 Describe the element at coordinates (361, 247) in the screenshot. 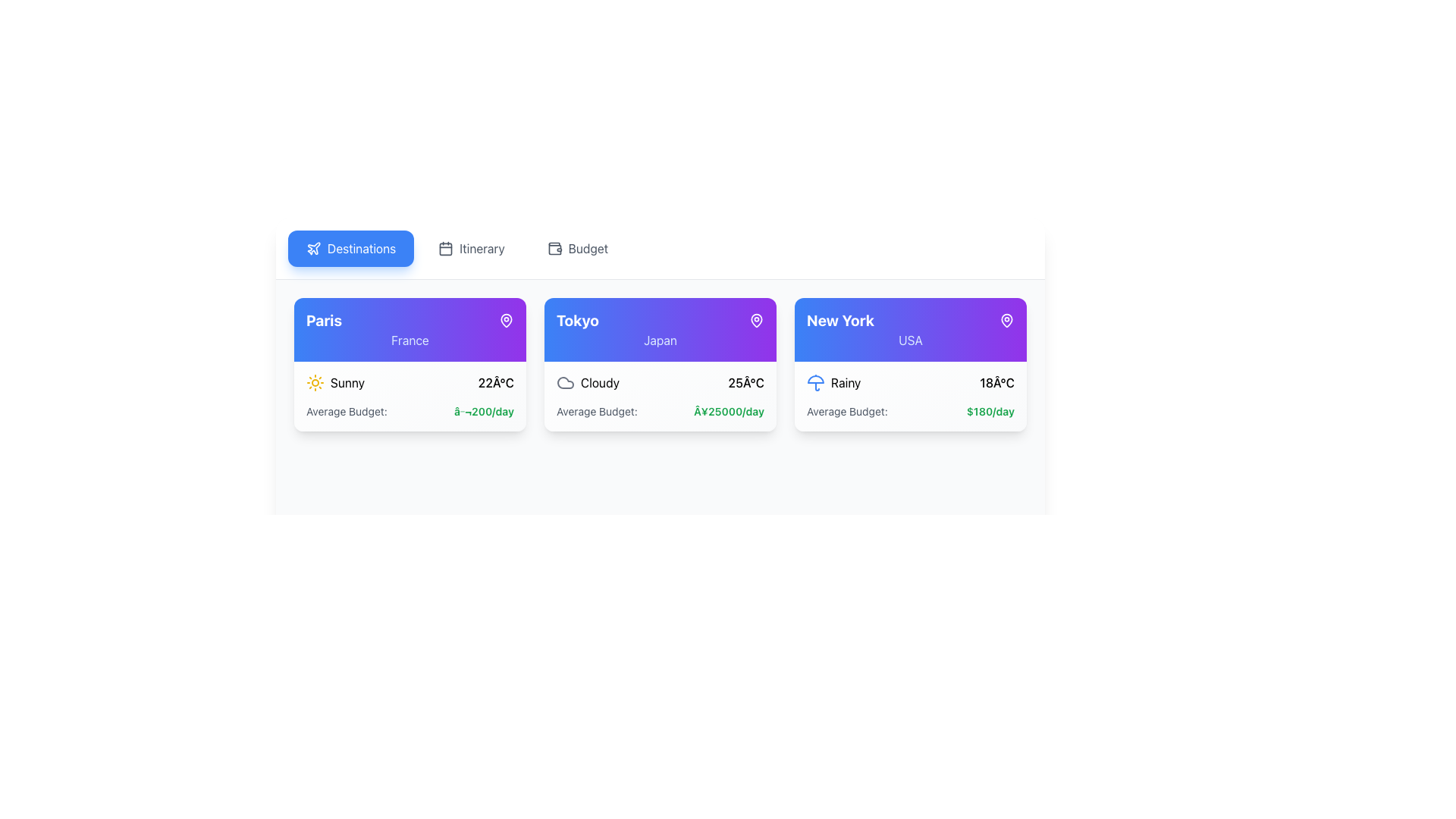

I see `the 'Destinations' text label located in the upper-left section of the navigation bar` at that location.